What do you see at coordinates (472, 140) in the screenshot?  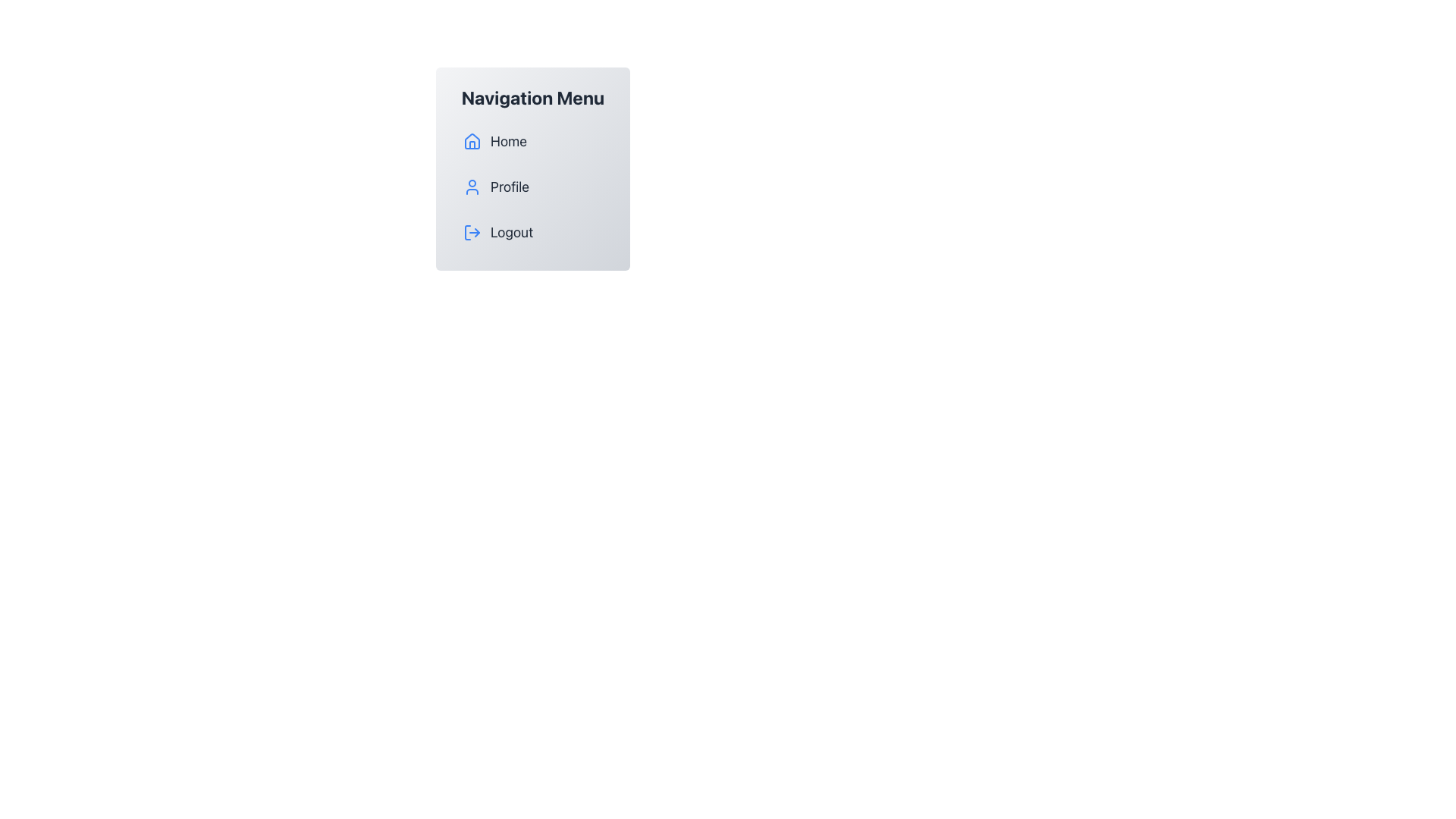 I see `the 'Home' icon in the navigation menu, which is positioned in the upper left quadrant and aligned to the left of the 'Home' text label` at bounding box center [472, 140].